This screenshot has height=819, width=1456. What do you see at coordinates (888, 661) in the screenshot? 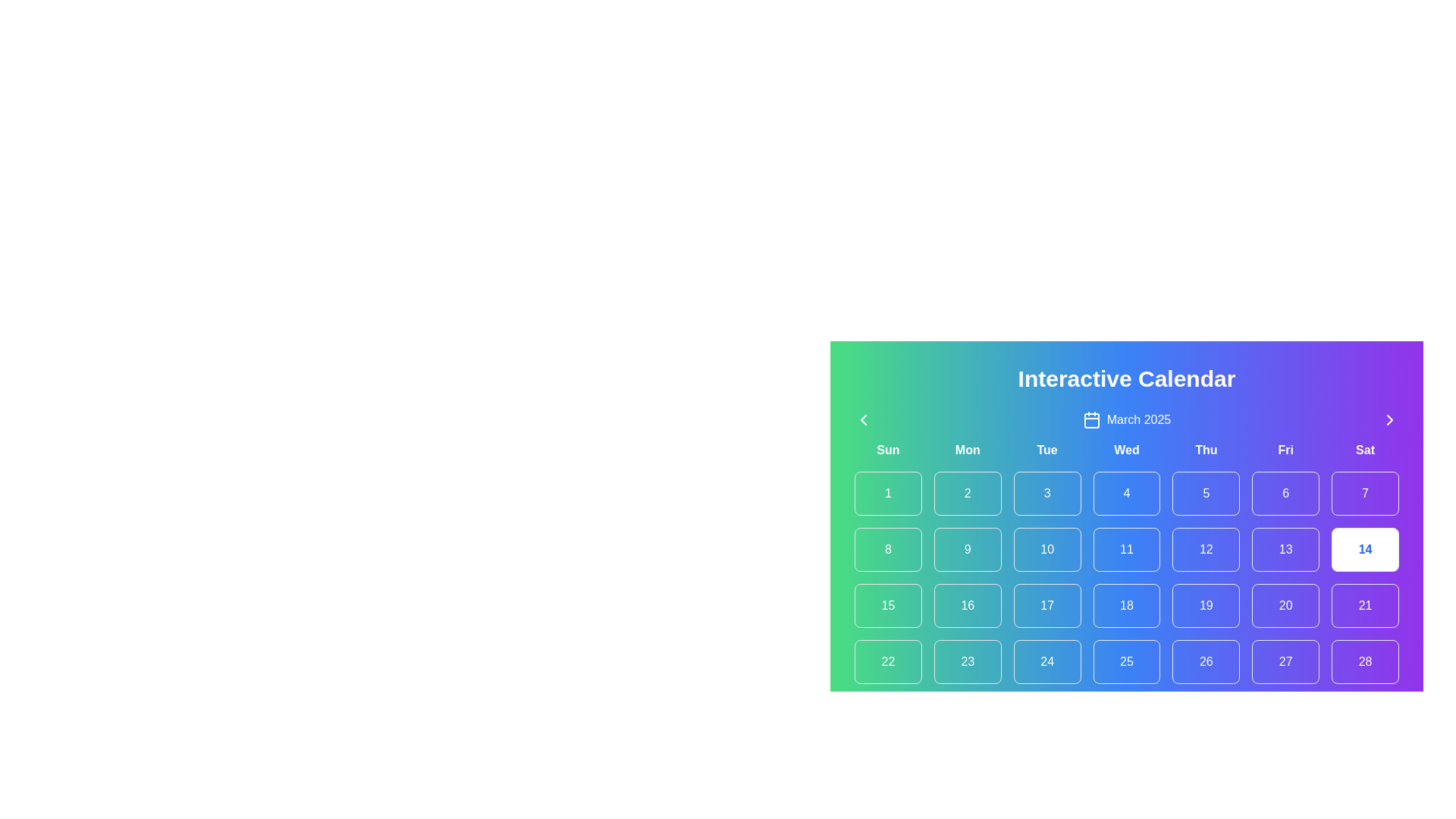
I see `the selectable calendar day displaying the number '22'` at bounding box center [888, 661].